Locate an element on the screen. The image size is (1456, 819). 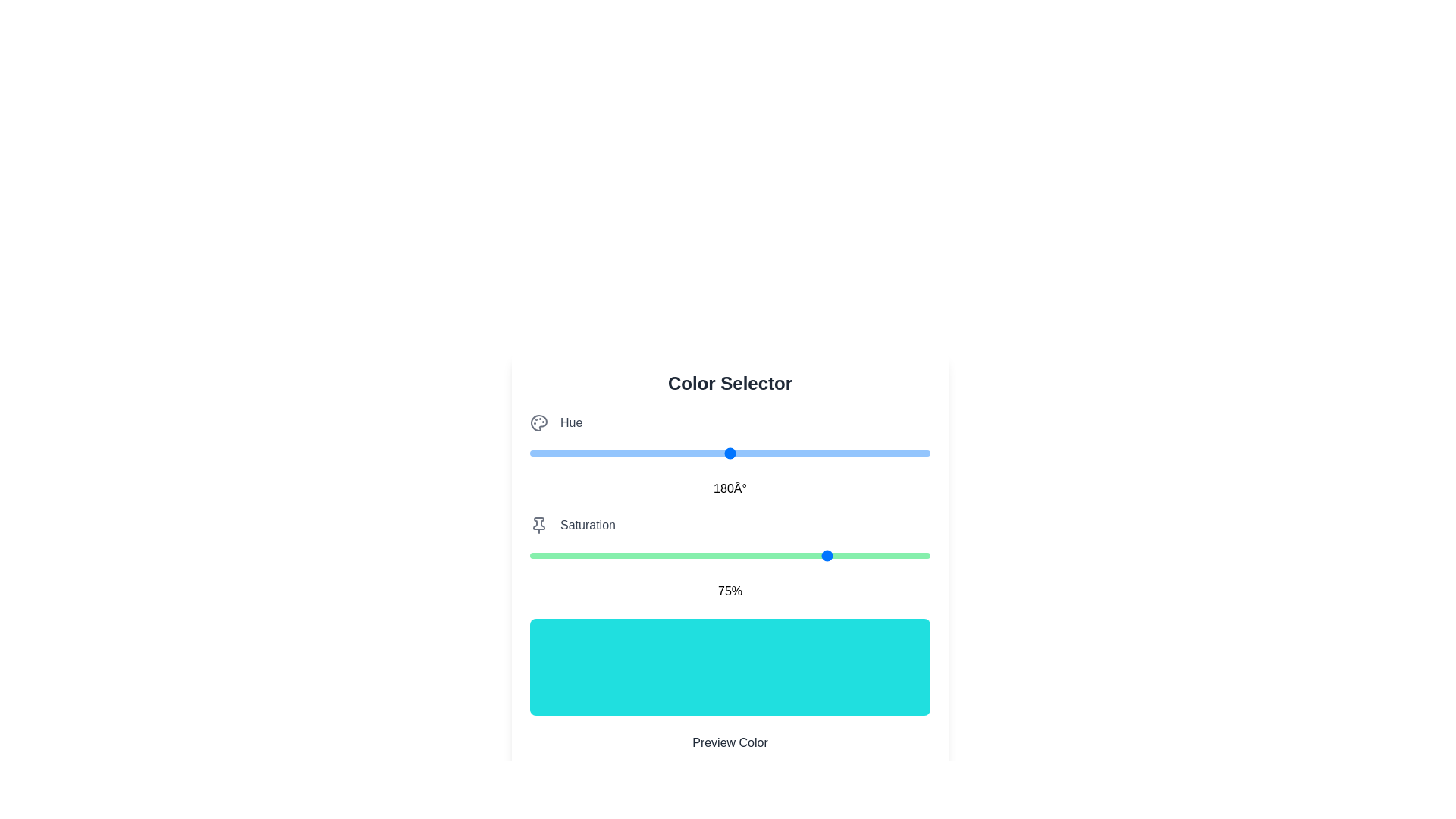
the hue is located at coordinates (808, 452).